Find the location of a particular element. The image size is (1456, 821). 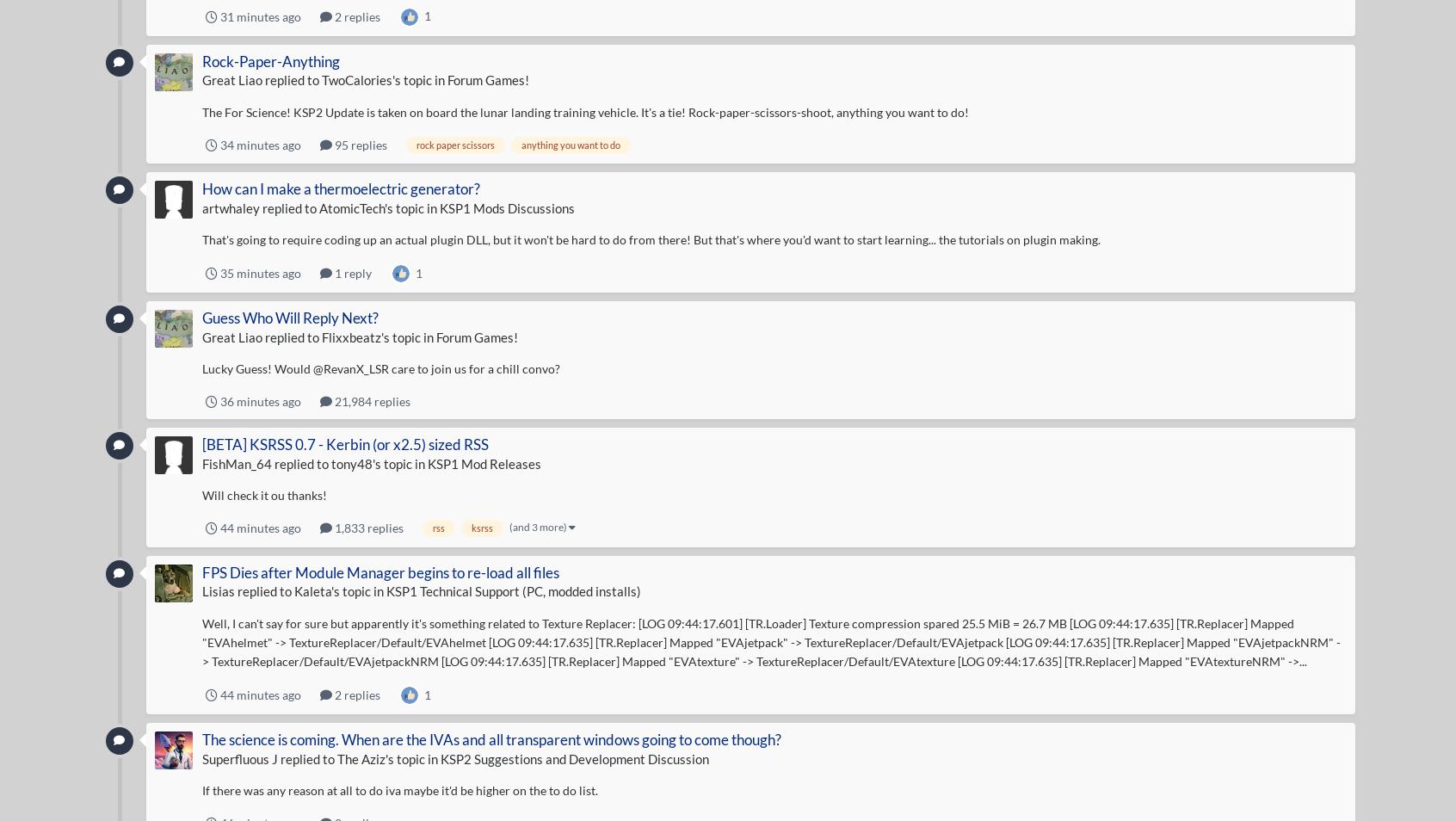

'rock paper scissors' is located at coordinates (454, 144).